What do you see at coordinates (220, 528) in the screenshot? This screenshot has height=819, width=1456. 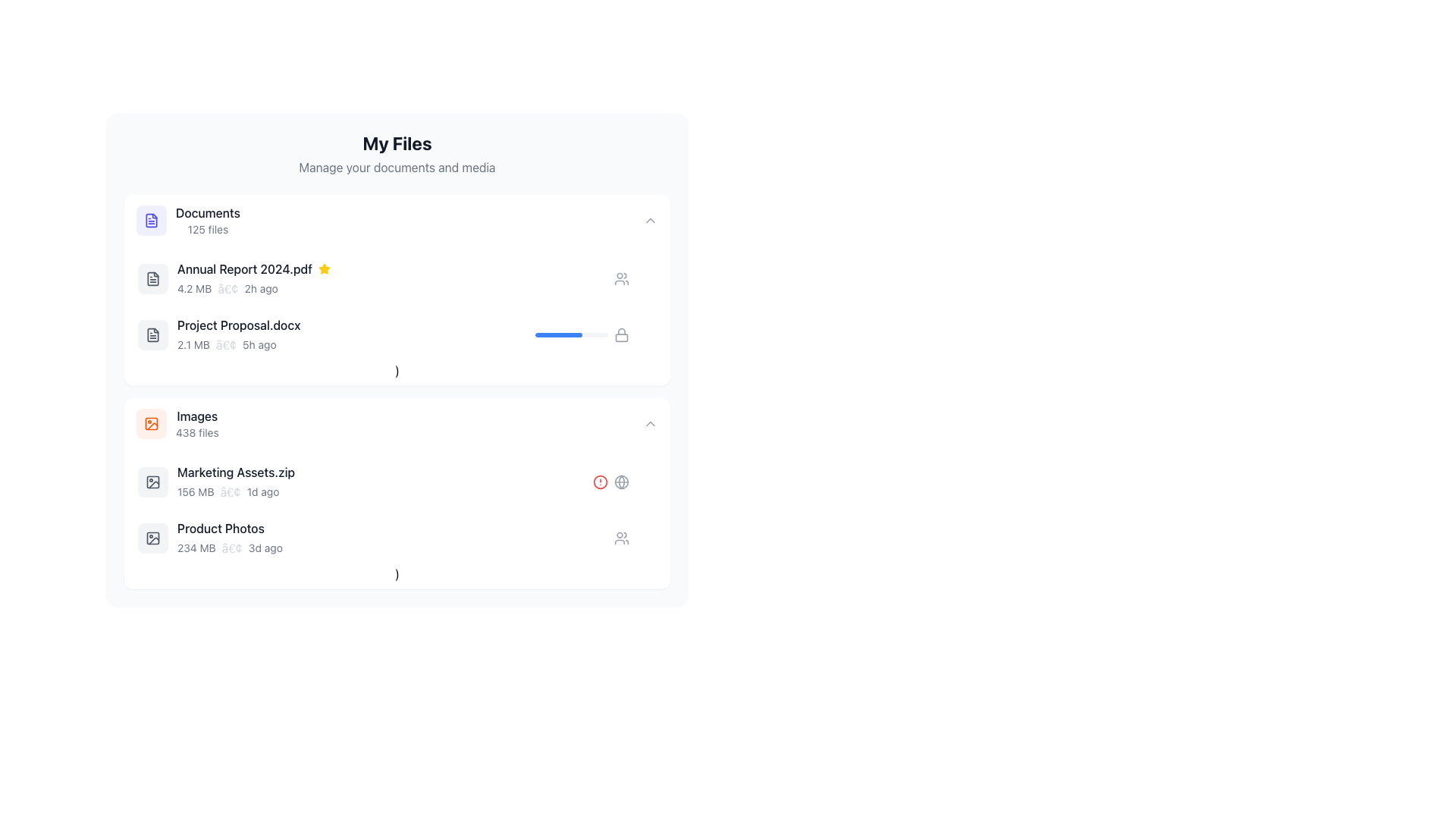 I see `the 'Product Photos' text element styled in gray on a white background, located in the fourth section of the 'My Files' interface, below 'Marketing Assets.zip'` at bounding box center [220, 528].